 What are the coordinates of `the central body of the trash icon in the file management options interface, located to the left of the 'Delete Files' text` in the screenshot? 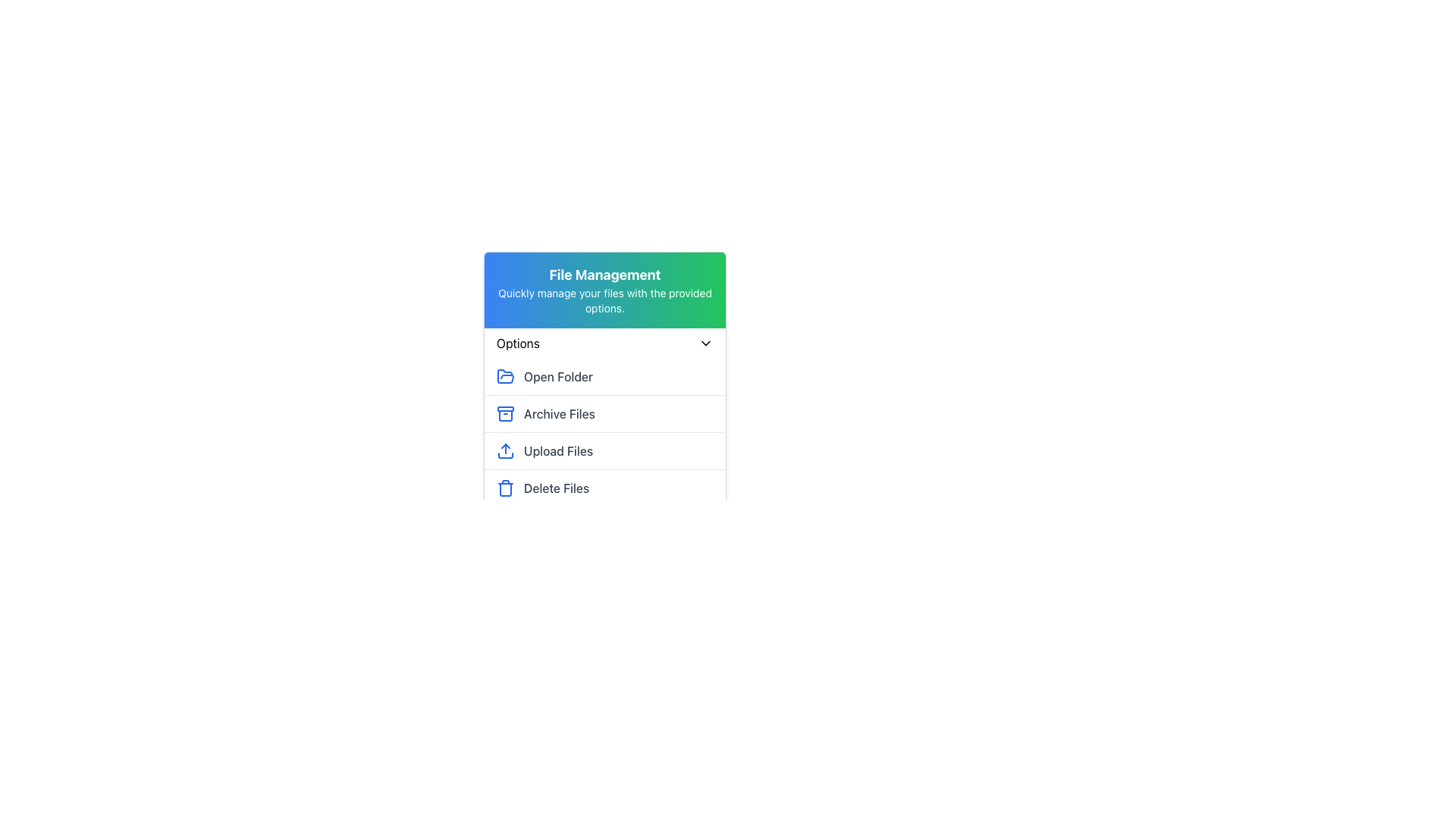 It's located at (506, 489).